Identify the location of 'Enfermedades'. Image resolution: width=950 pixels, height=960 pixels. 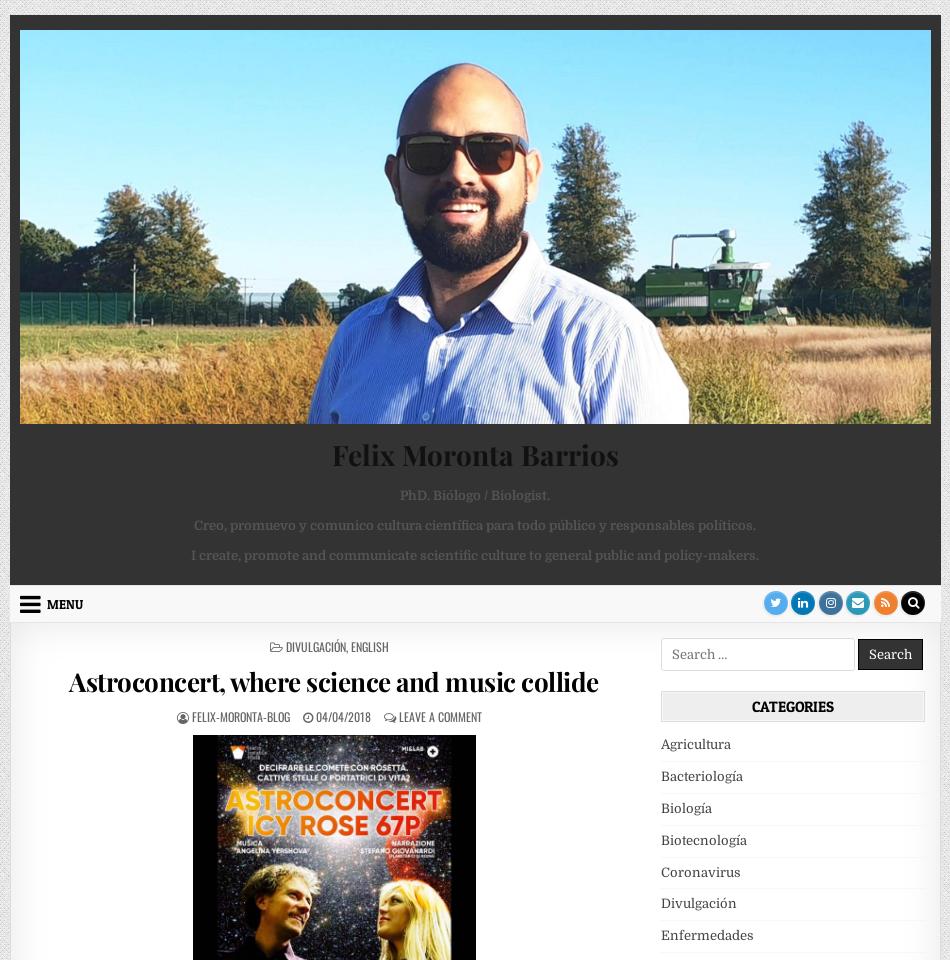
(659, 935).